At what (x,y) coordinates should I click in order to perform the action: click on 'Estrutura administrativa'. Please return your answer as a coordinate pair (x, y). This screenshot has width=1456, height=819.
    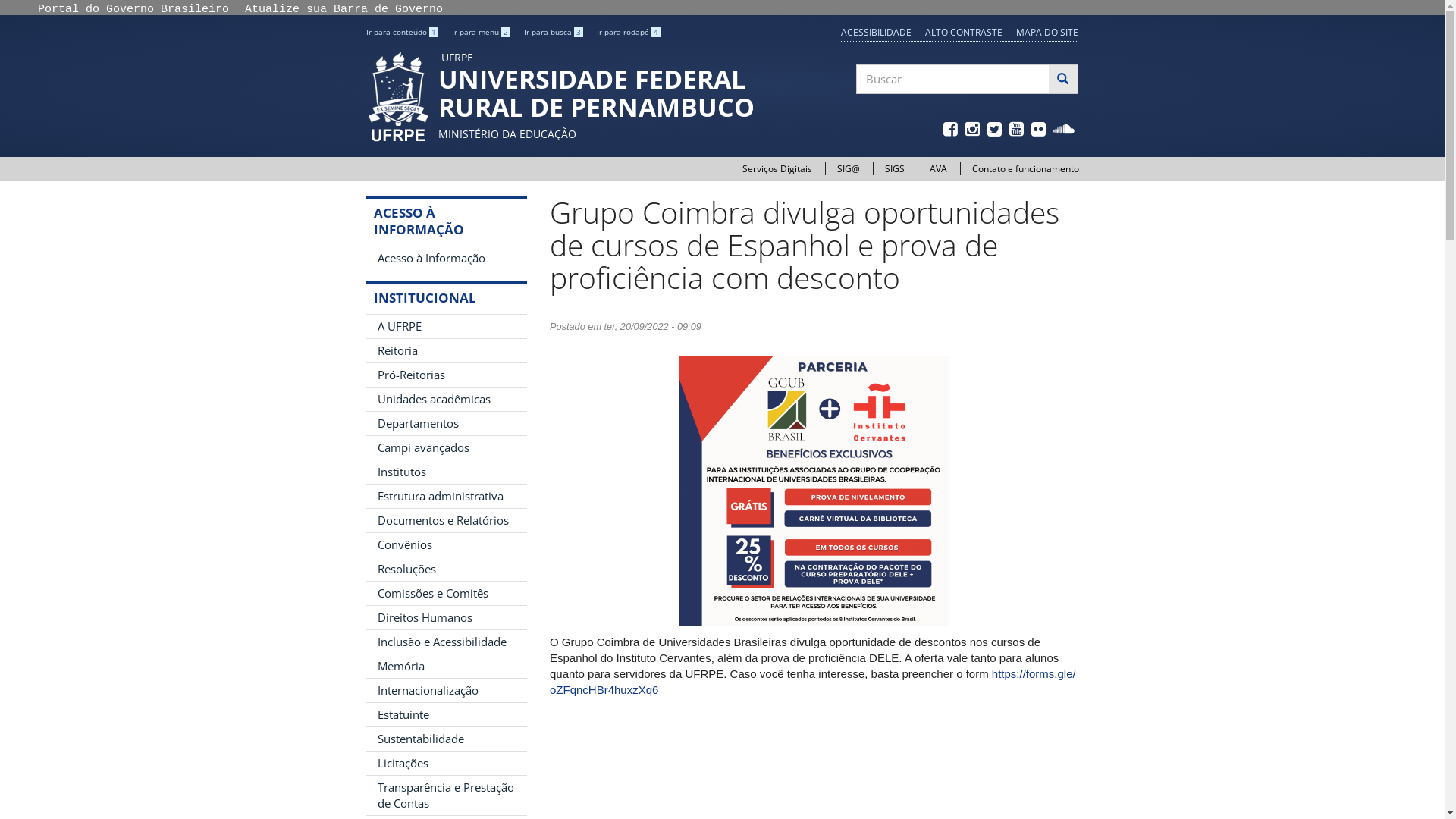
    Looking at the image, I should click on (445, 496).